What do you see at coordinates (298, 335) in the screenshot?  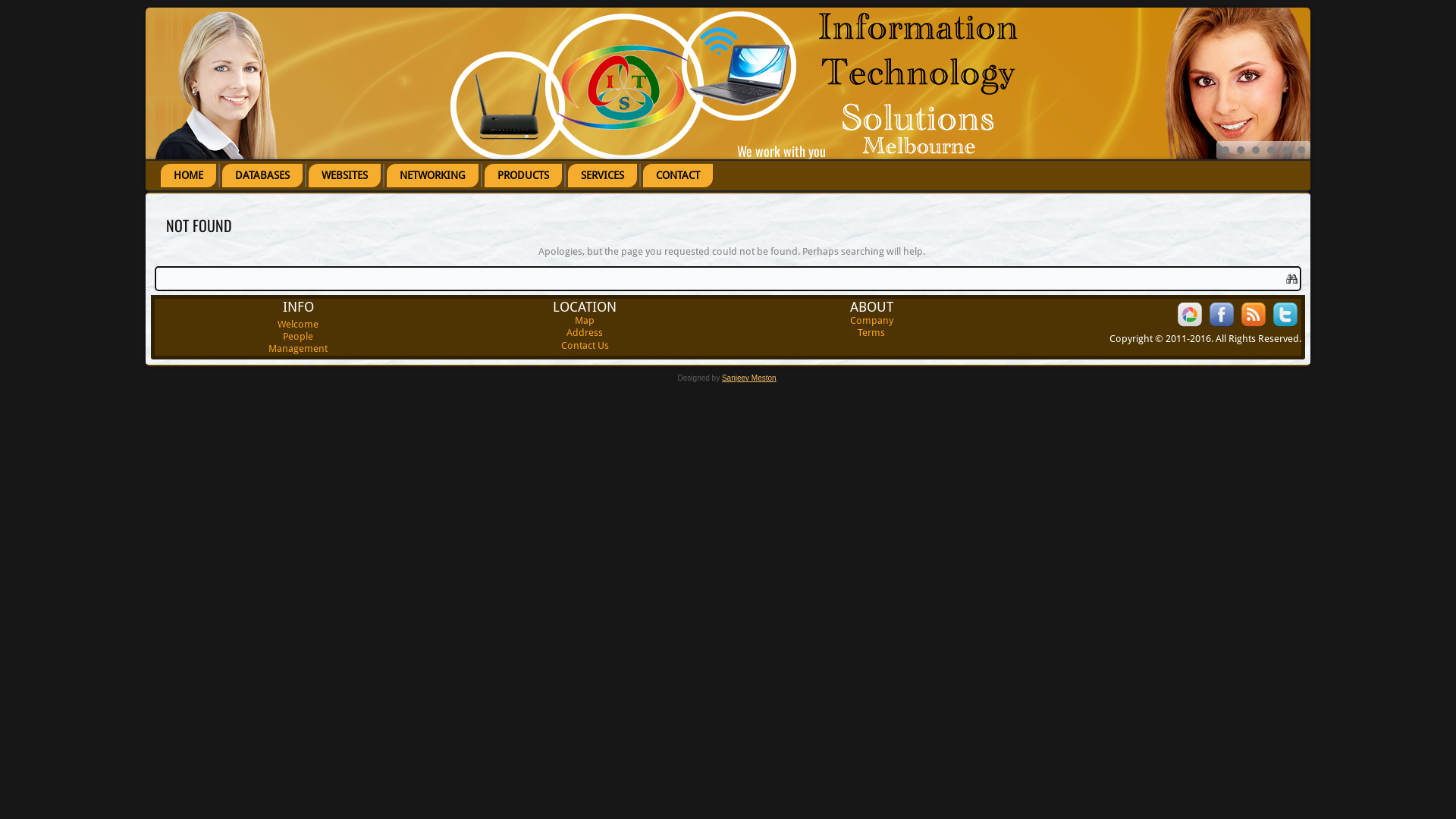 I see `'People'` at bounding box center [298, 335].